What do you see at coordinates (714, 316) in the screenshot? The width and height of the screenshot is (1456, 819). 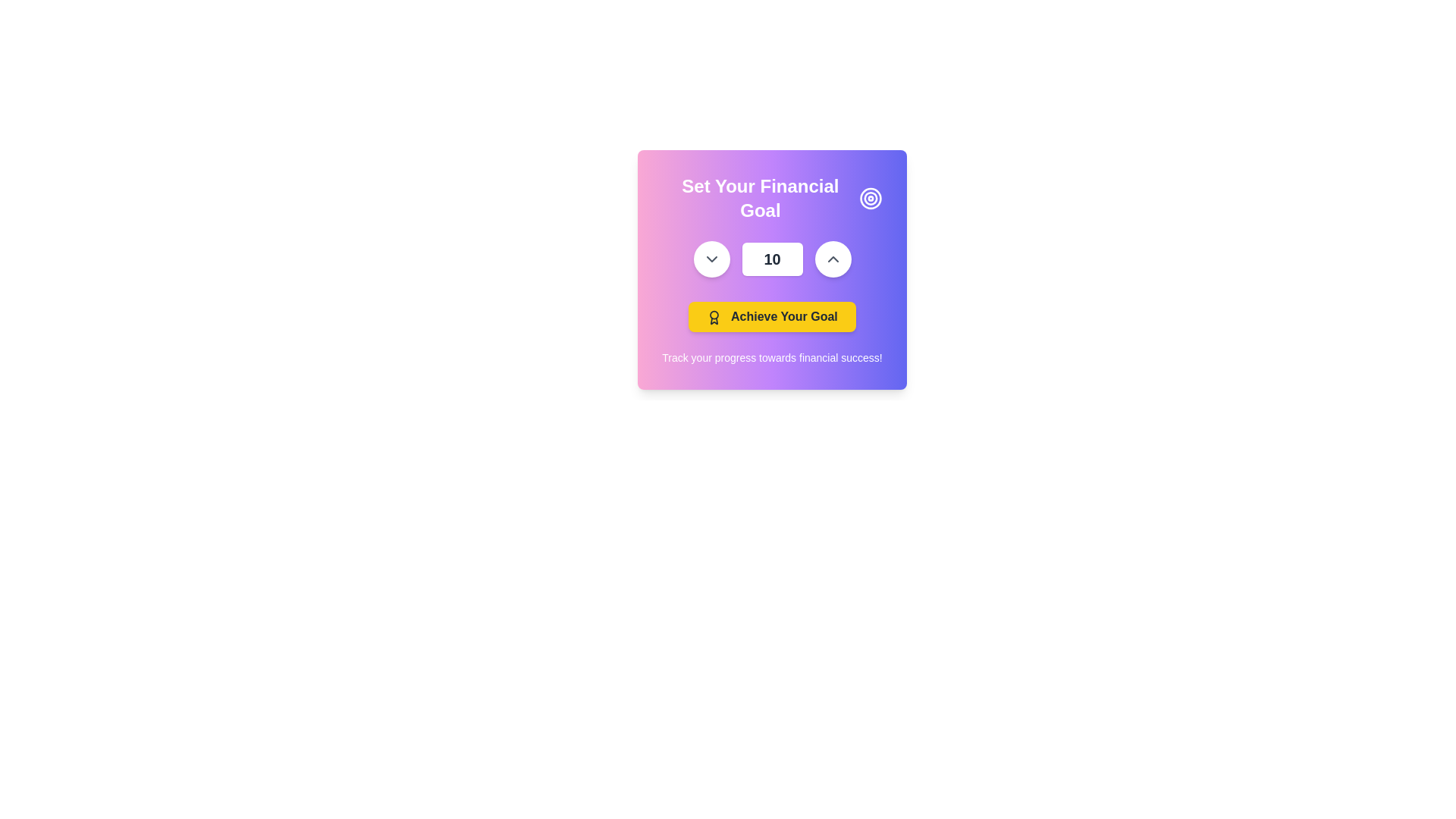 I see `the yellow button labeled 'Achieve Your Goal' which contains an award ribbon icon on its left side` at bounding box center [714, 316].